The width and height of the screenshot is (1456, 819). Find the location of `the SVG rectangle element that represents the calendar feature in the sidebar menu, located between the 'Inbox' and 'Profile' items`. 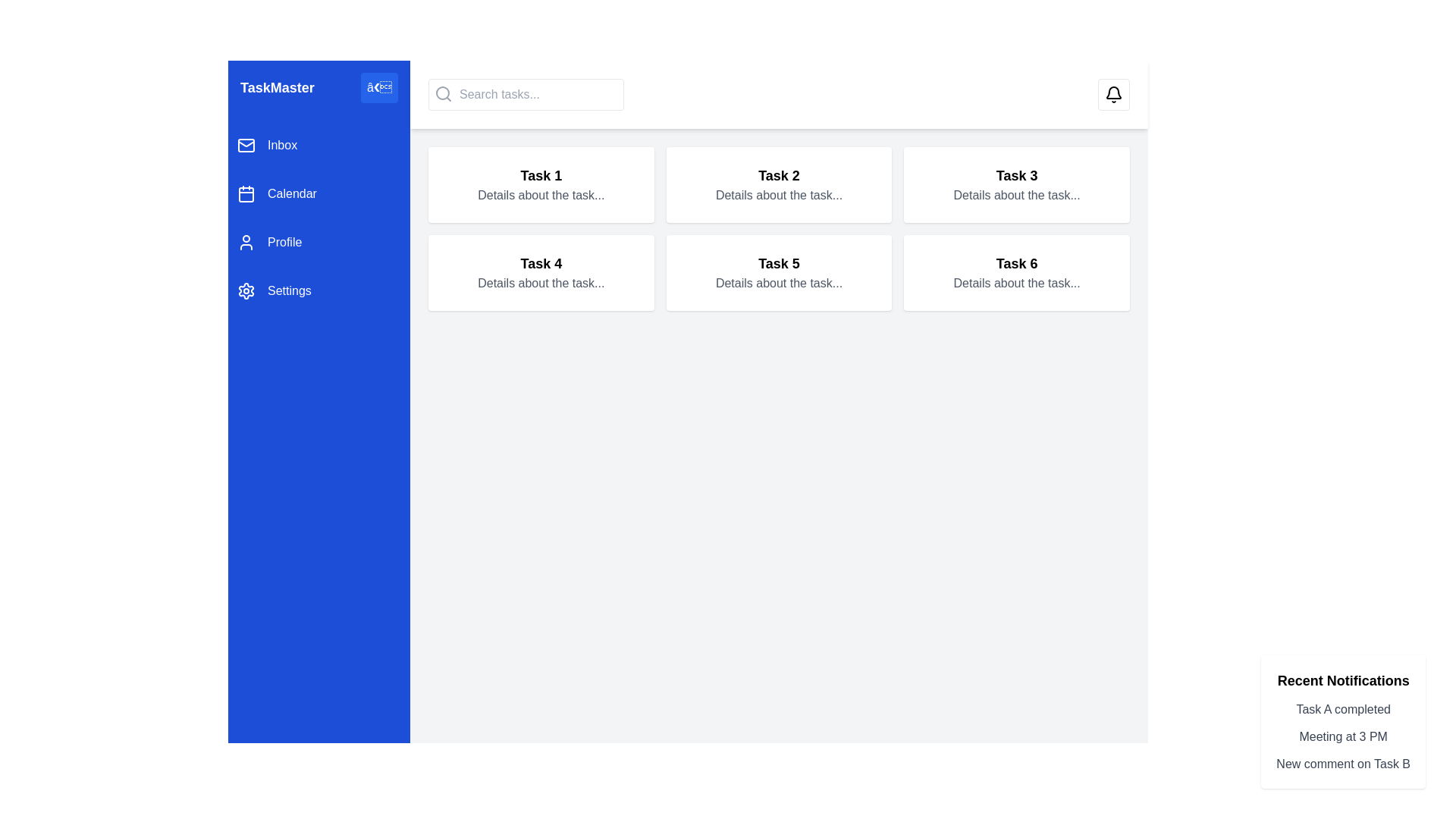

the SVG rectangle element that represents the calendar feature in the sidebar menu, located between the 'Inbox' and 'Profile' items is located at coordinates (246, 194).